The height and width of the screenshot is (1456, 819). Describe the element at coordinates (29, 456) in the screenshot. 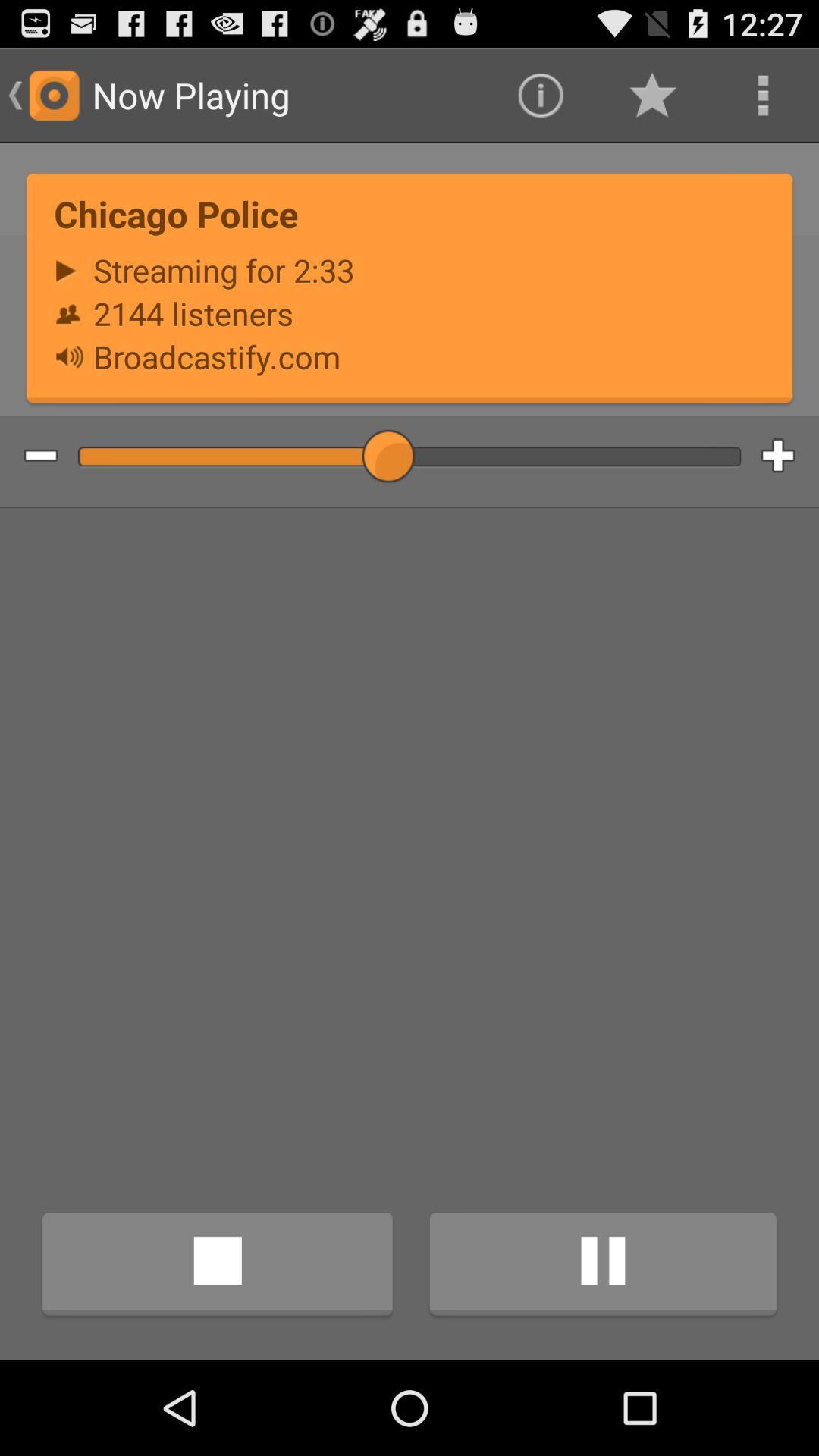

I see `decrease volume` at that location.